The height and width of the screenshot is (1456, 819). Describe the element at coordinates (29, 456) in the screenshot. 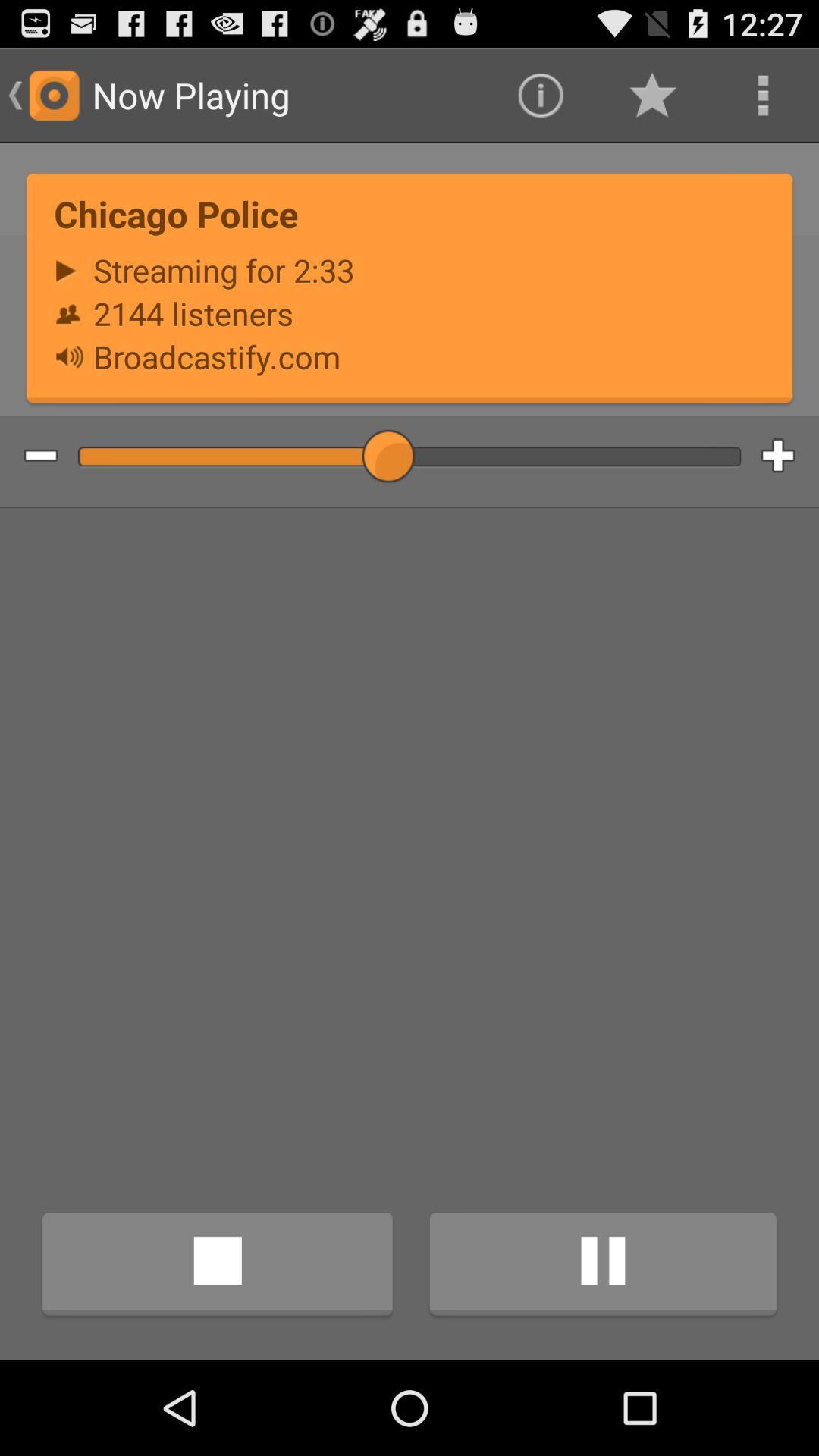

I see `decrease volume` at that location.